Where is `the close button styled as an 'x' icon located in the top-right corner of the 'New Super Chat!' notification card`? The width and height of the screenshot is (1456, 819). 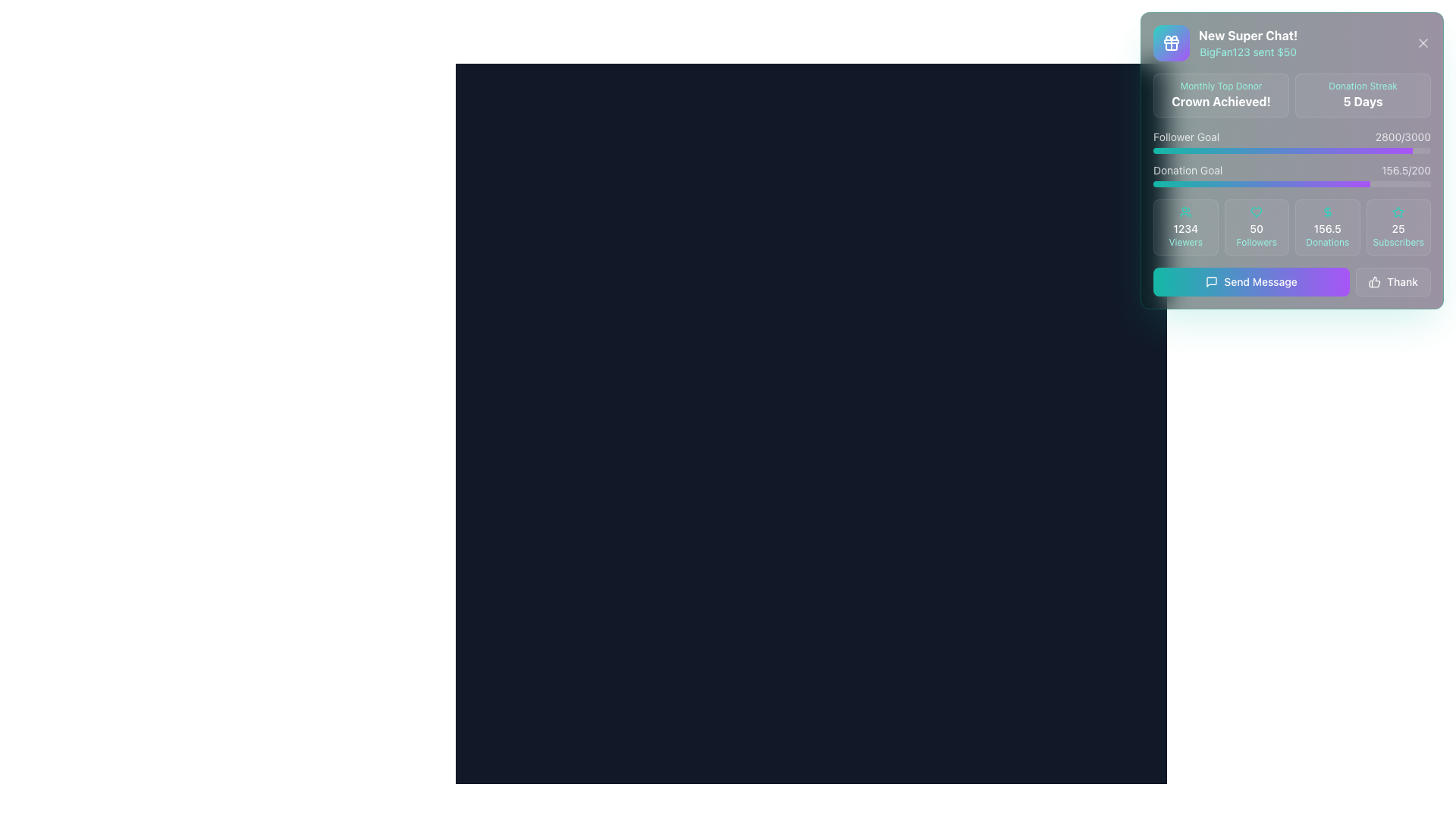
the close button styled as an 'x' icon located in the top-right corner of the 'New Super Chat!' notification card is located at coordinates (1422, 42).